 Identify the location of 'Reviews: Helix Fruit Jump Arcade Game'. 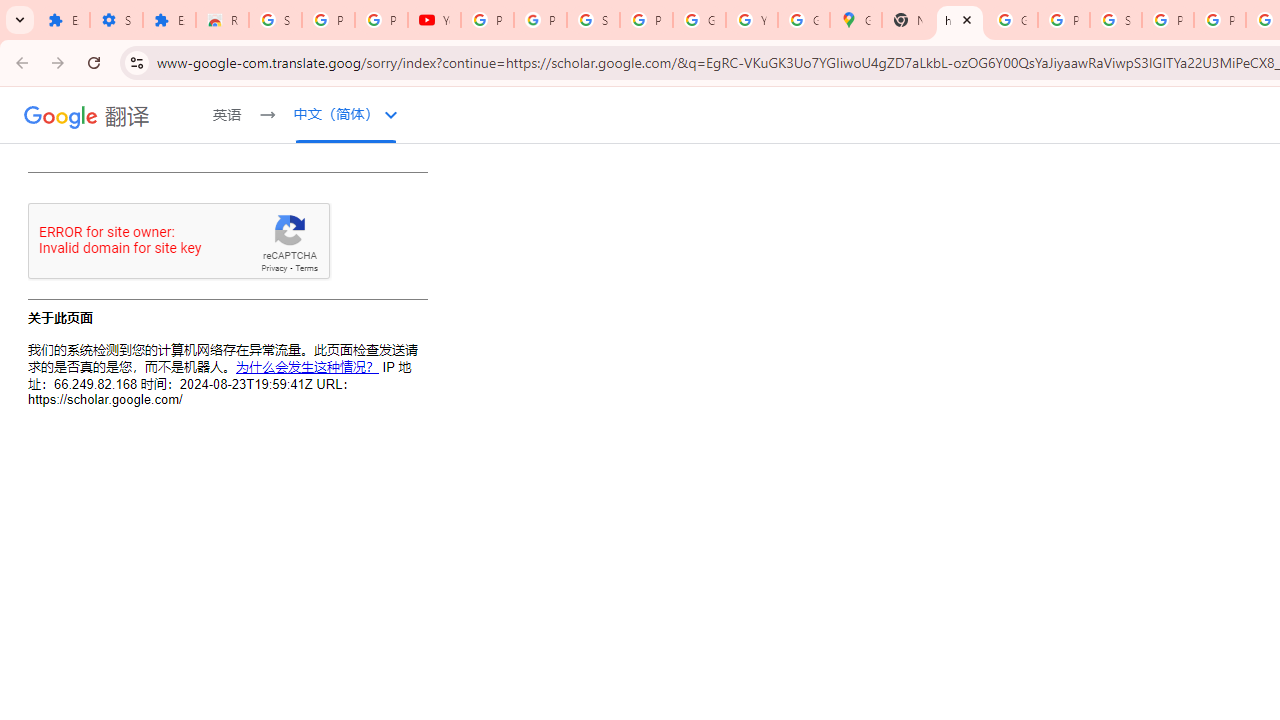
(222, 20).